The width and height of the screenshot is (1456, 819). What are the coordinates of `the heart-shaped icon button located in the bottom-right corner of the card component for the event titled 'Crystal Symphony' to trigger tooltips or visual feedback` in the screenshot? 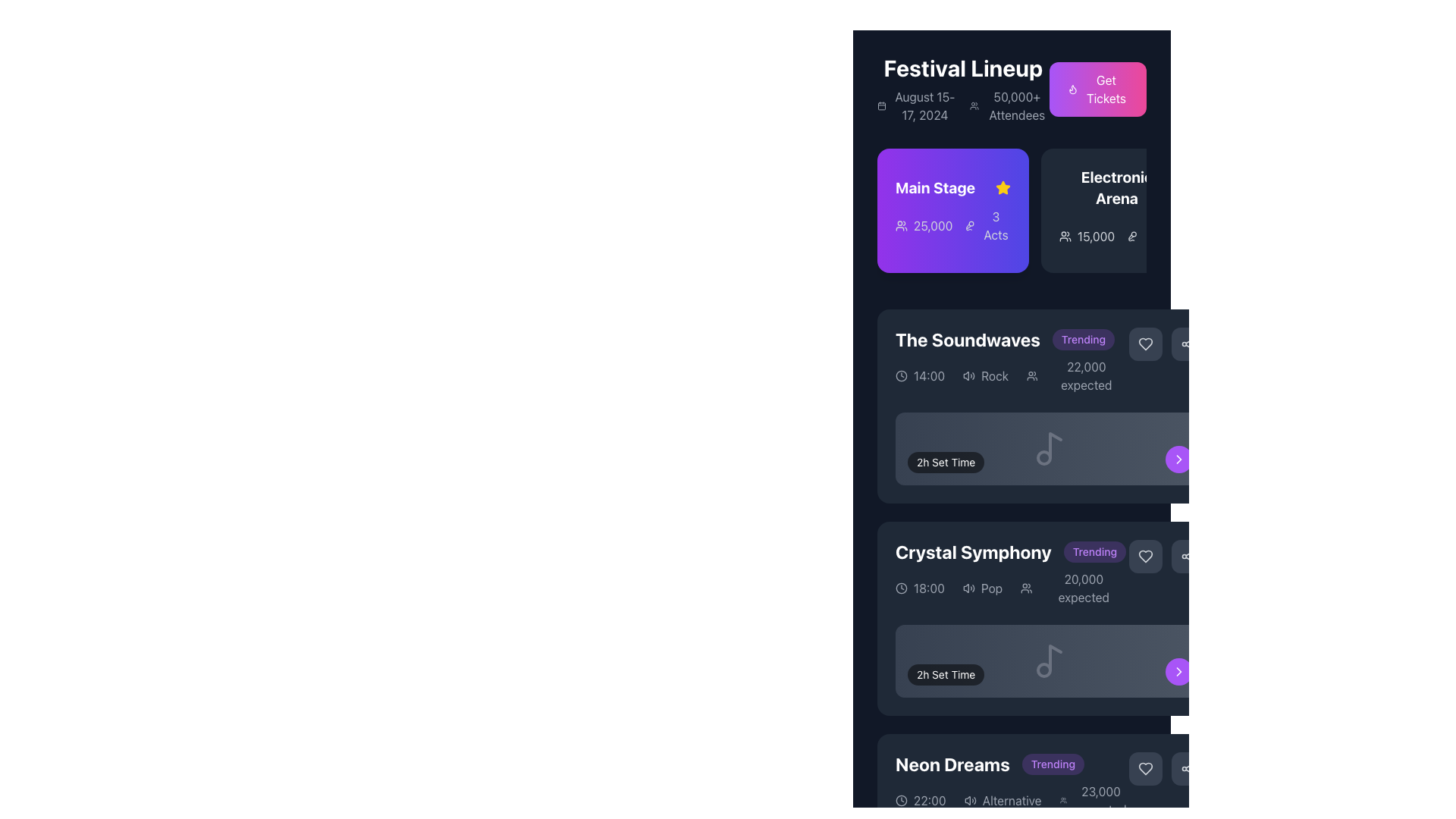 It's located at (1146, 769).